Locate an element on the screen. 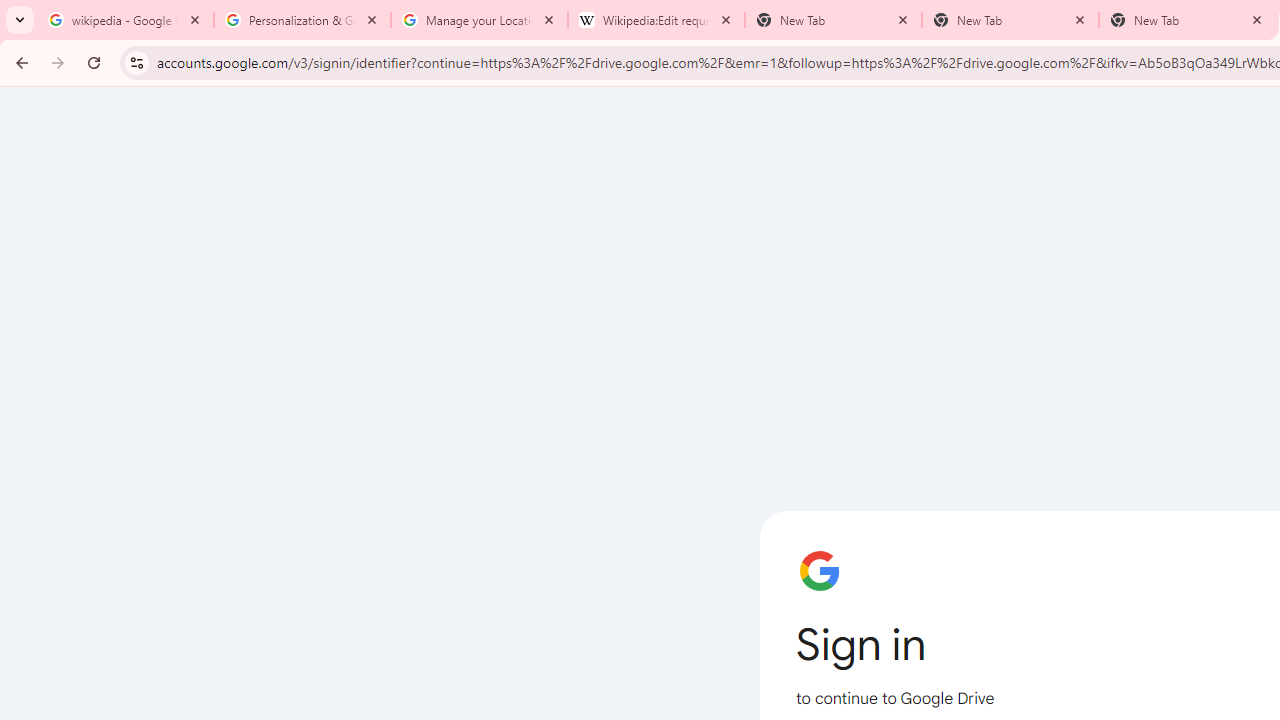  'Manage your Location History - Google Search Help' is located at coordinates (478, 20).